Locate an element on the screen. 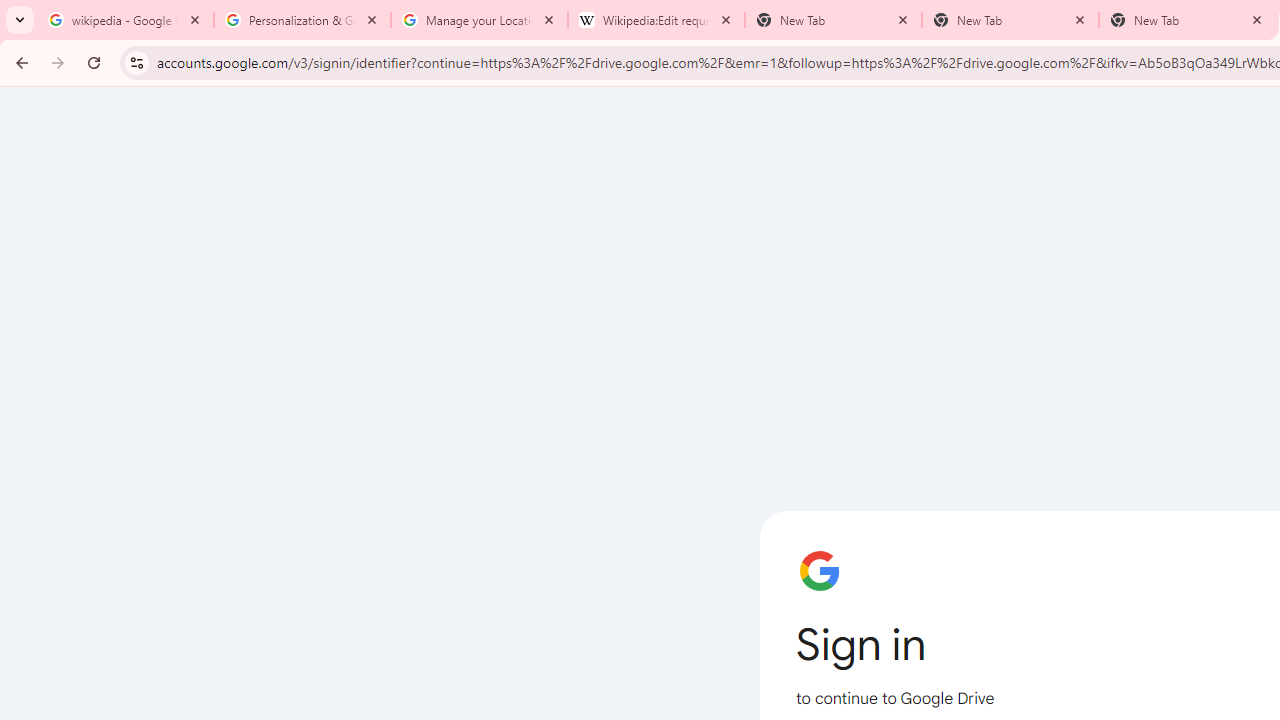  'Manage your Location History - Google Search Help' is located at coordinates (478, 20).